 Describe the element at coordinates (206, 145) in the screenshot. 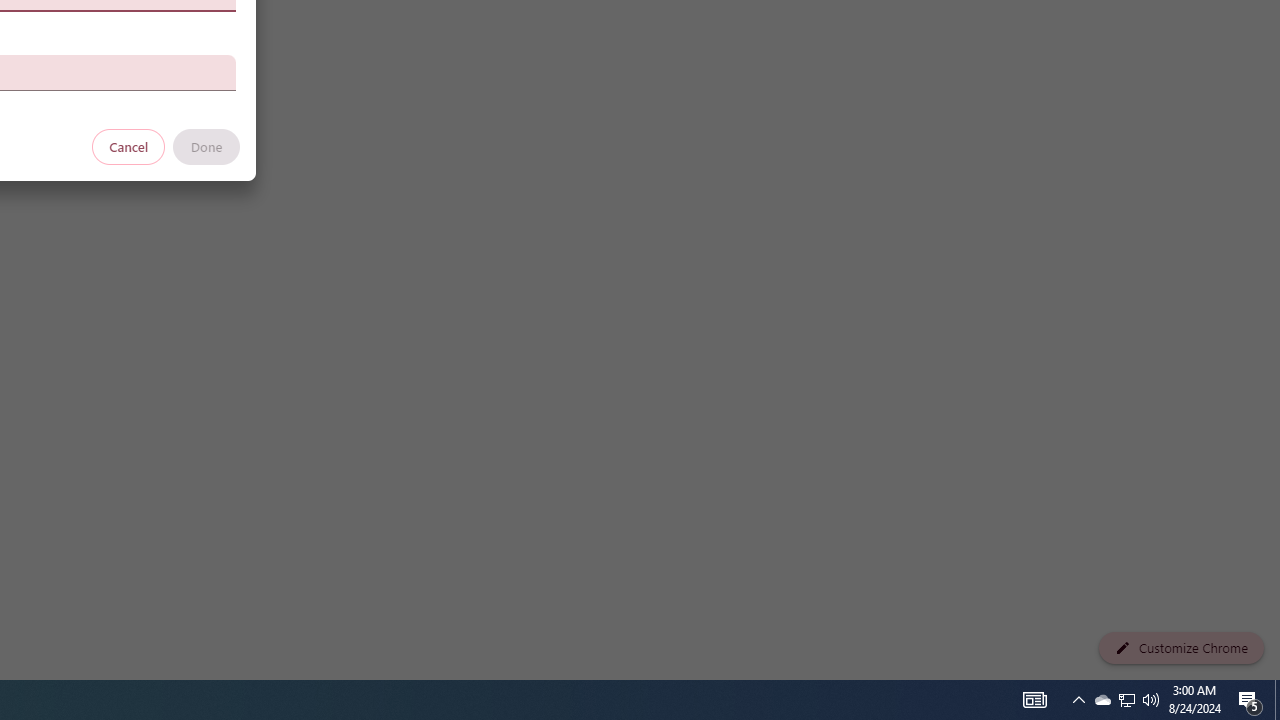

I see `'Done'` at that location.